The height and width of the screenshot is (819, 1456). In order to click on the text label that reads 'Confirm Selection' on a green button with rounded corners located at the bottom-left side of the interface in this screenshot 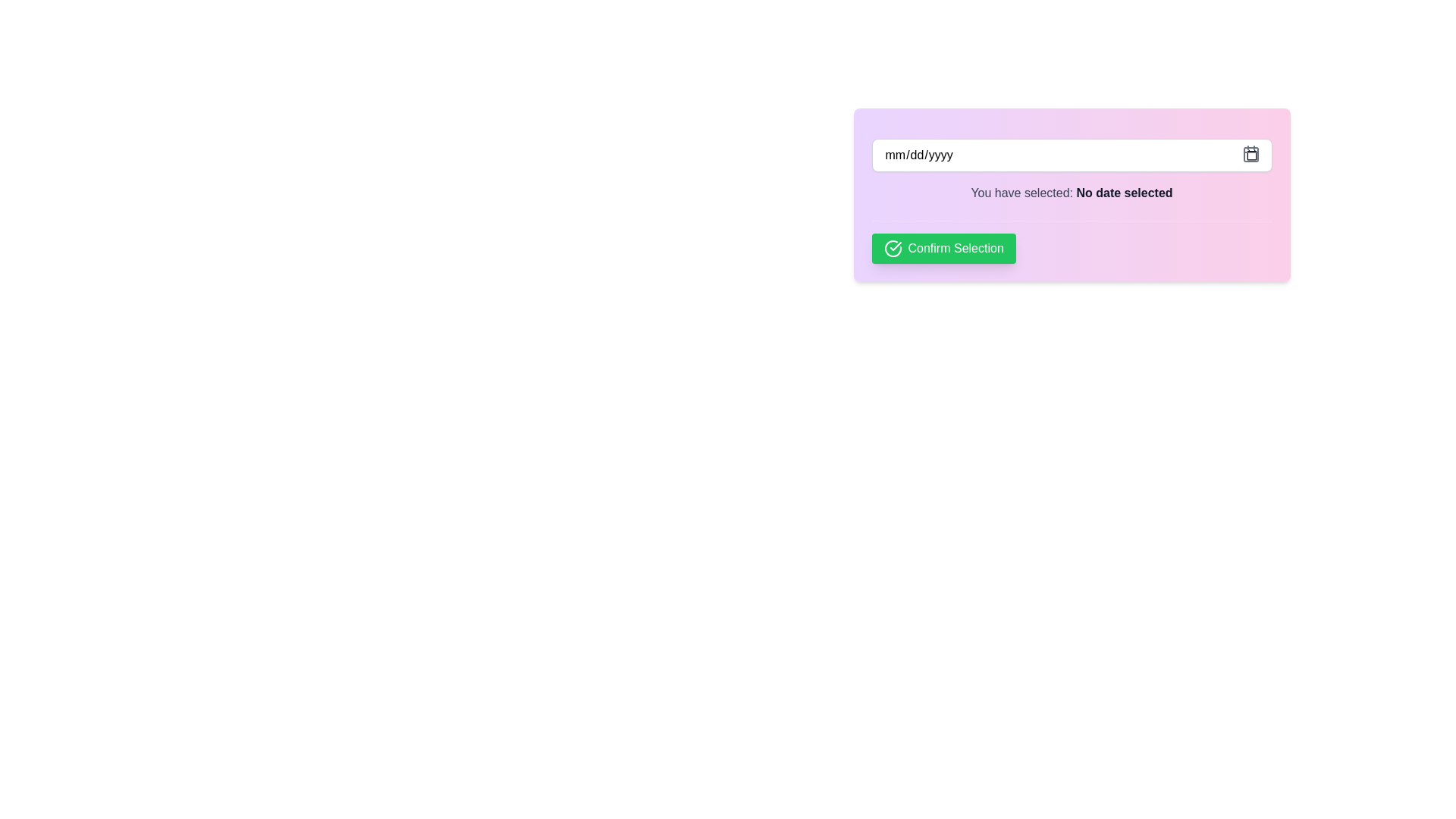, I will do `click(955, 247)`.